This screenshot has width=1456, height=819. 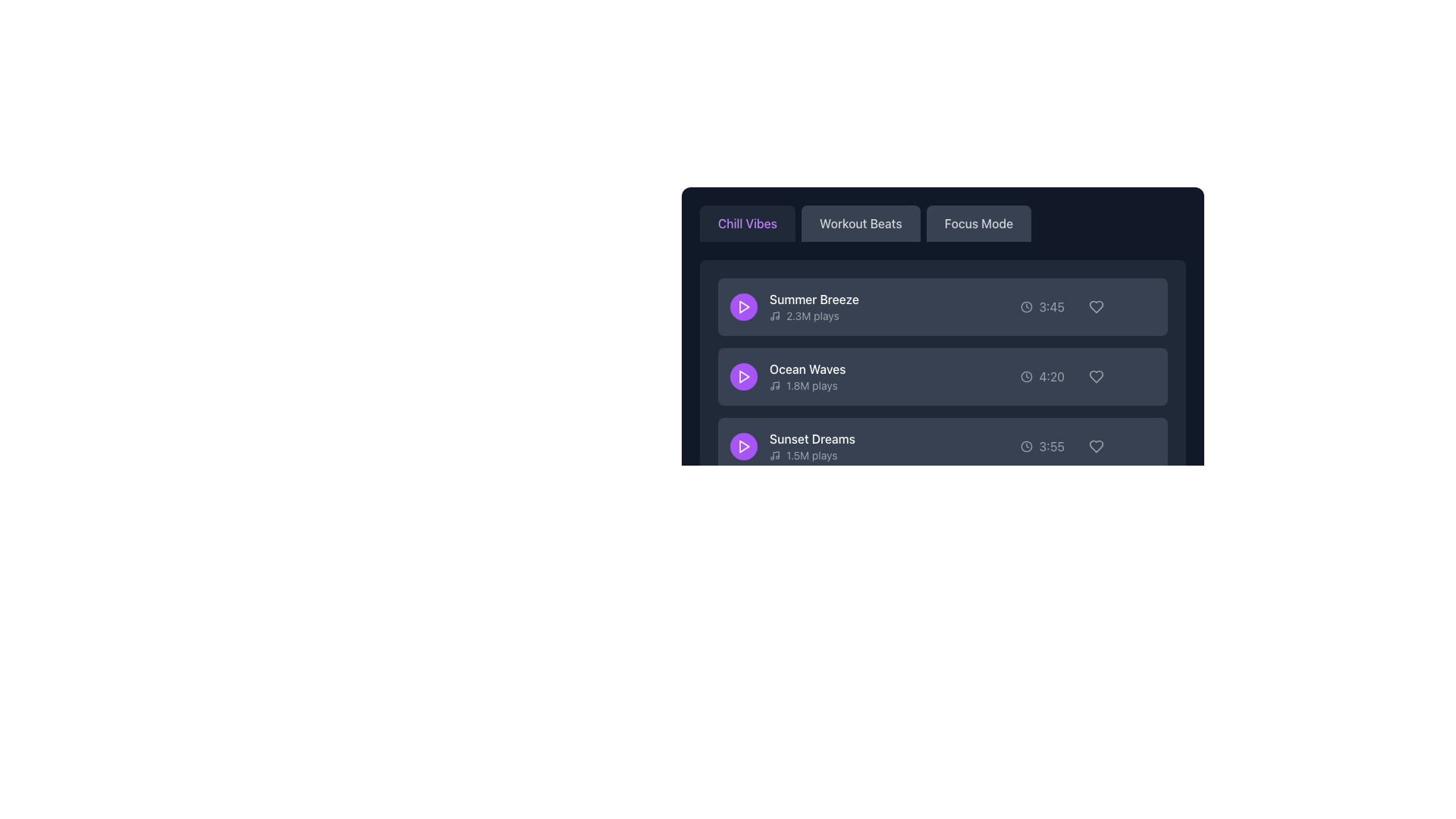 What do you see at coordinates (811, 446) in the screenshot?
I see `displayed information from the text label for the song 'Sunset Dreams', which is located in the third item of the vertical list under the 'Chill Vibes' section` at bounding box center [811, 446].